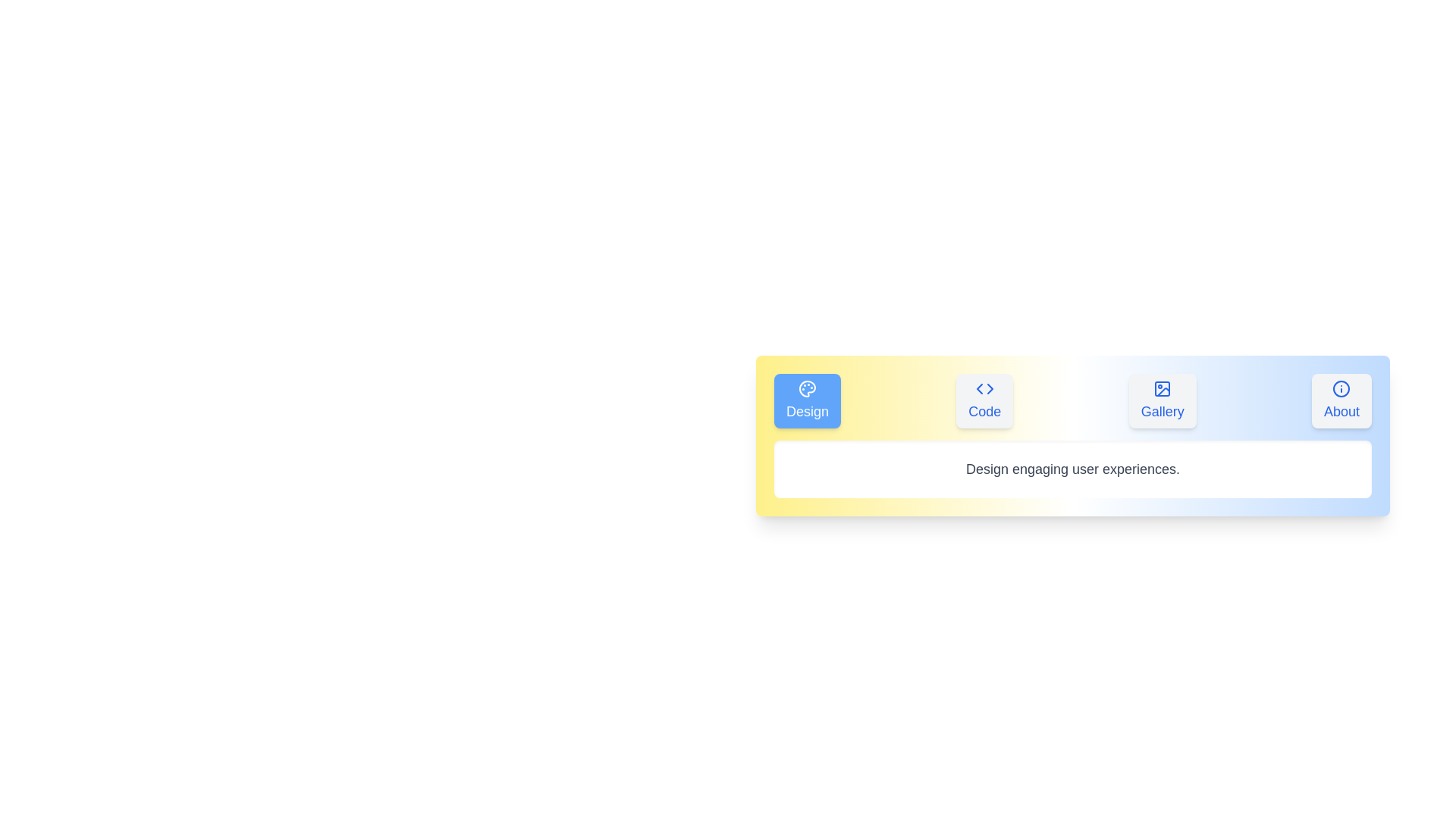 The image size is (1456, 819). Describe the element at coordinates (807, 400) in the screenshot. I see `the tab labeled Design to switch to its content` at that location.